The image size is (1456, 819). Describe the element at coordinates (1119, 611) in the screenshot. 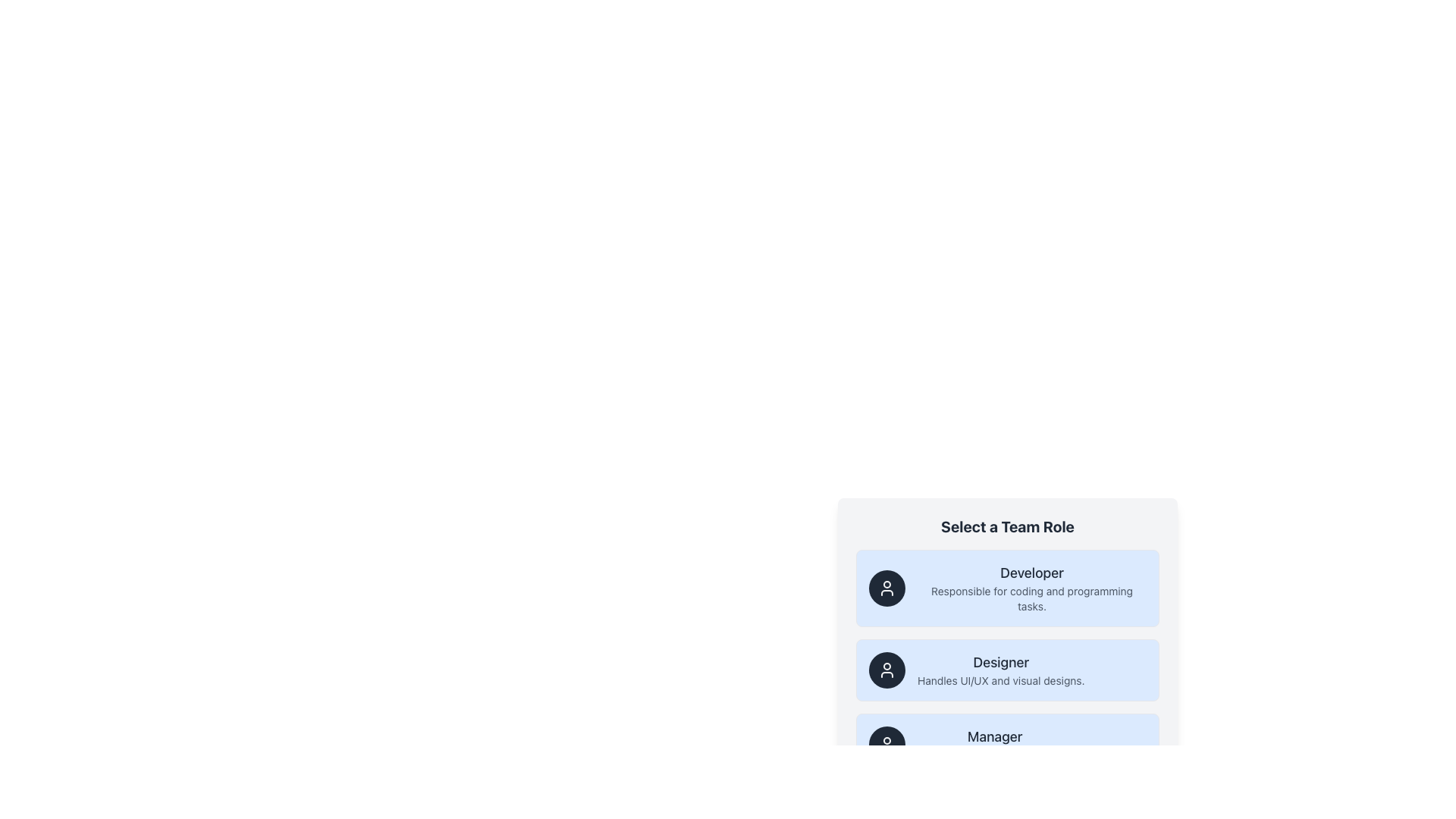

I see `the selectable list item labeled 'Developer' with a light blue background` at that location.